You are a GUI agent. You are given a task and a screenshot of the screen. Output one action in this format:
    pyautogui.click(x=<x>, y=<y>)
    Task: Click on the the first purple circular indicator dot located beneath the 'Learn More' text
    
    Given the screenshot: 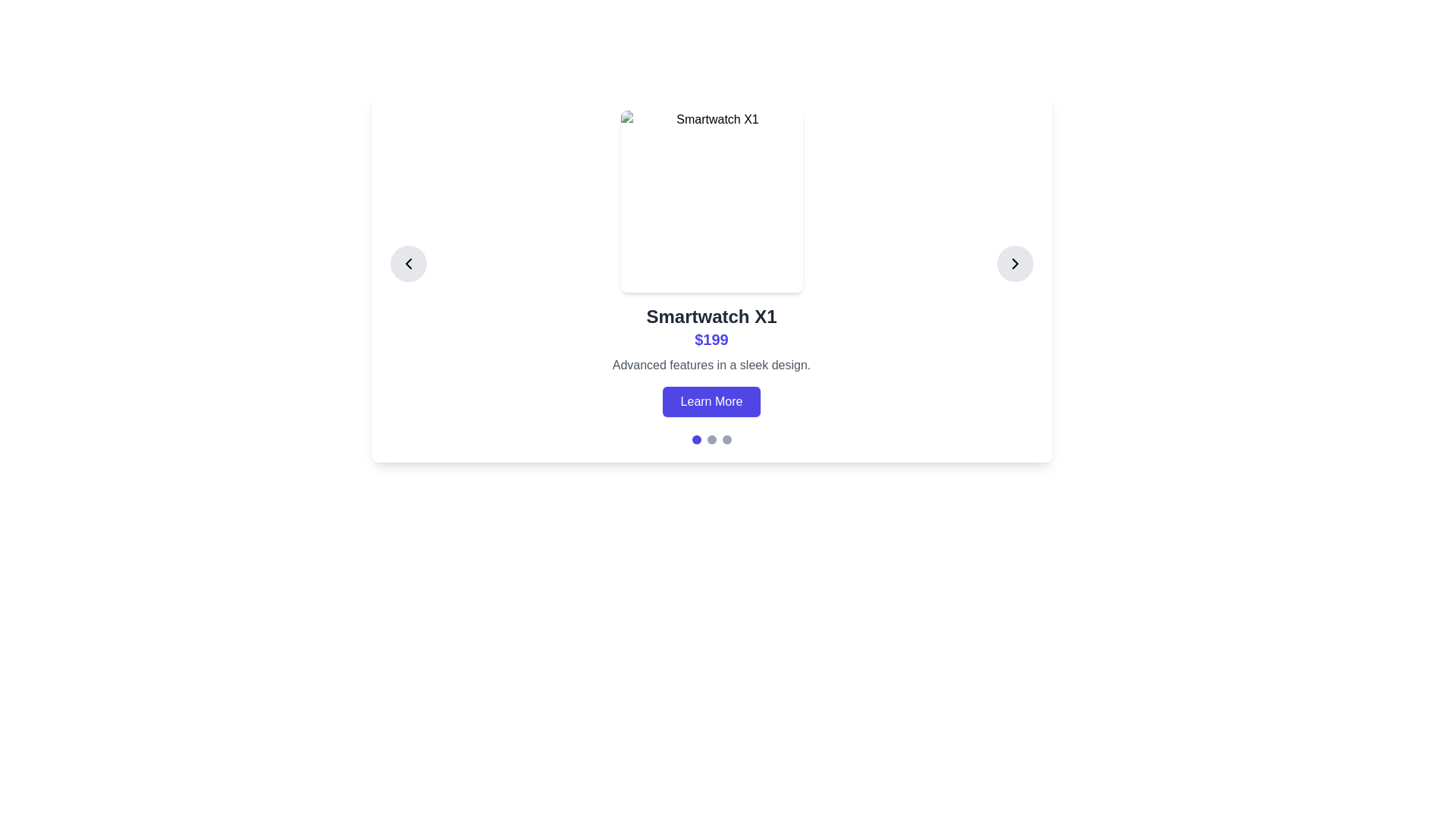 What is the action you would take?
    pyautogui.click(x=695, y=439)
    